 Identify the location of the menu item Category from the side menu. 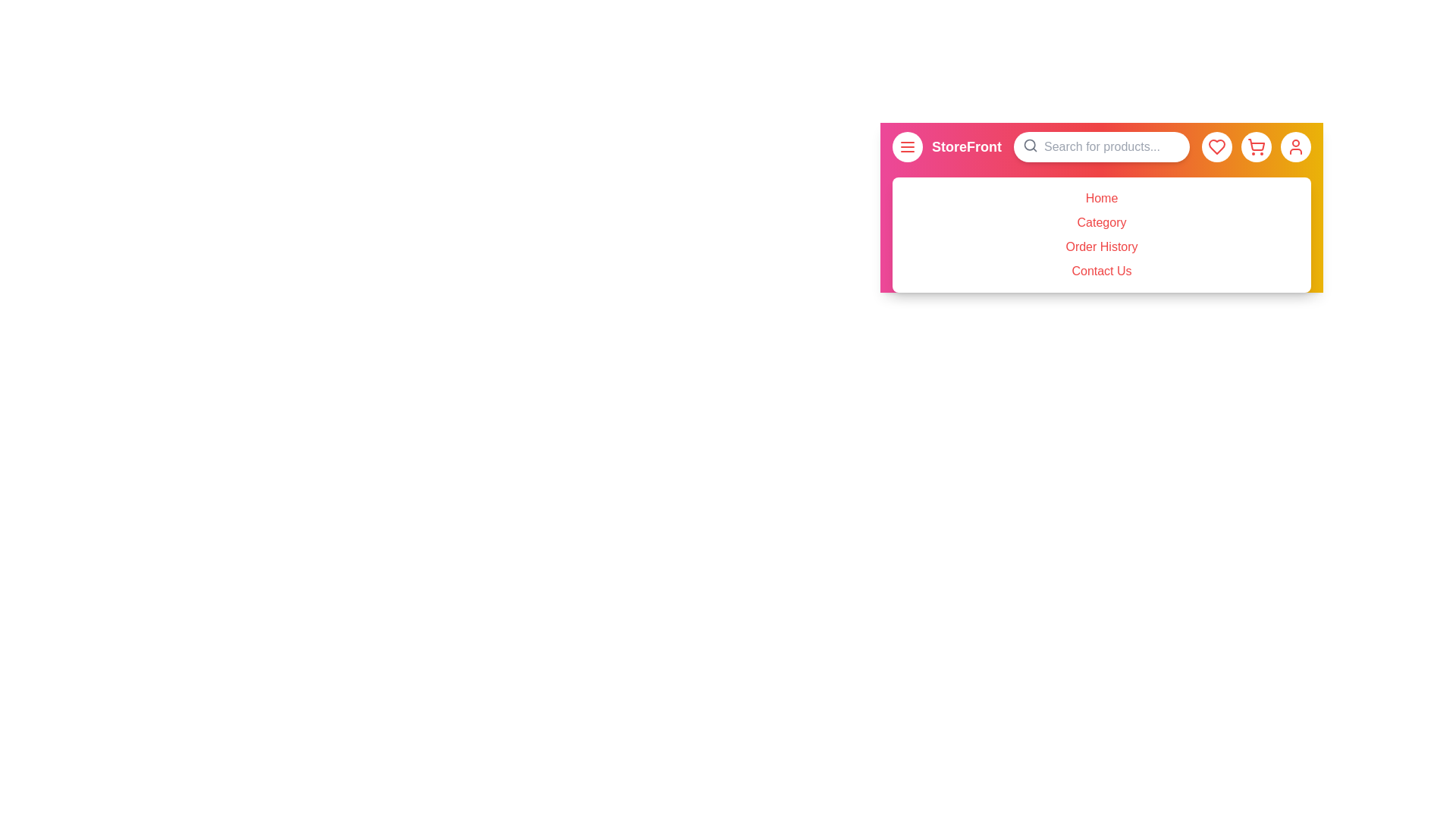
(1102, 222).